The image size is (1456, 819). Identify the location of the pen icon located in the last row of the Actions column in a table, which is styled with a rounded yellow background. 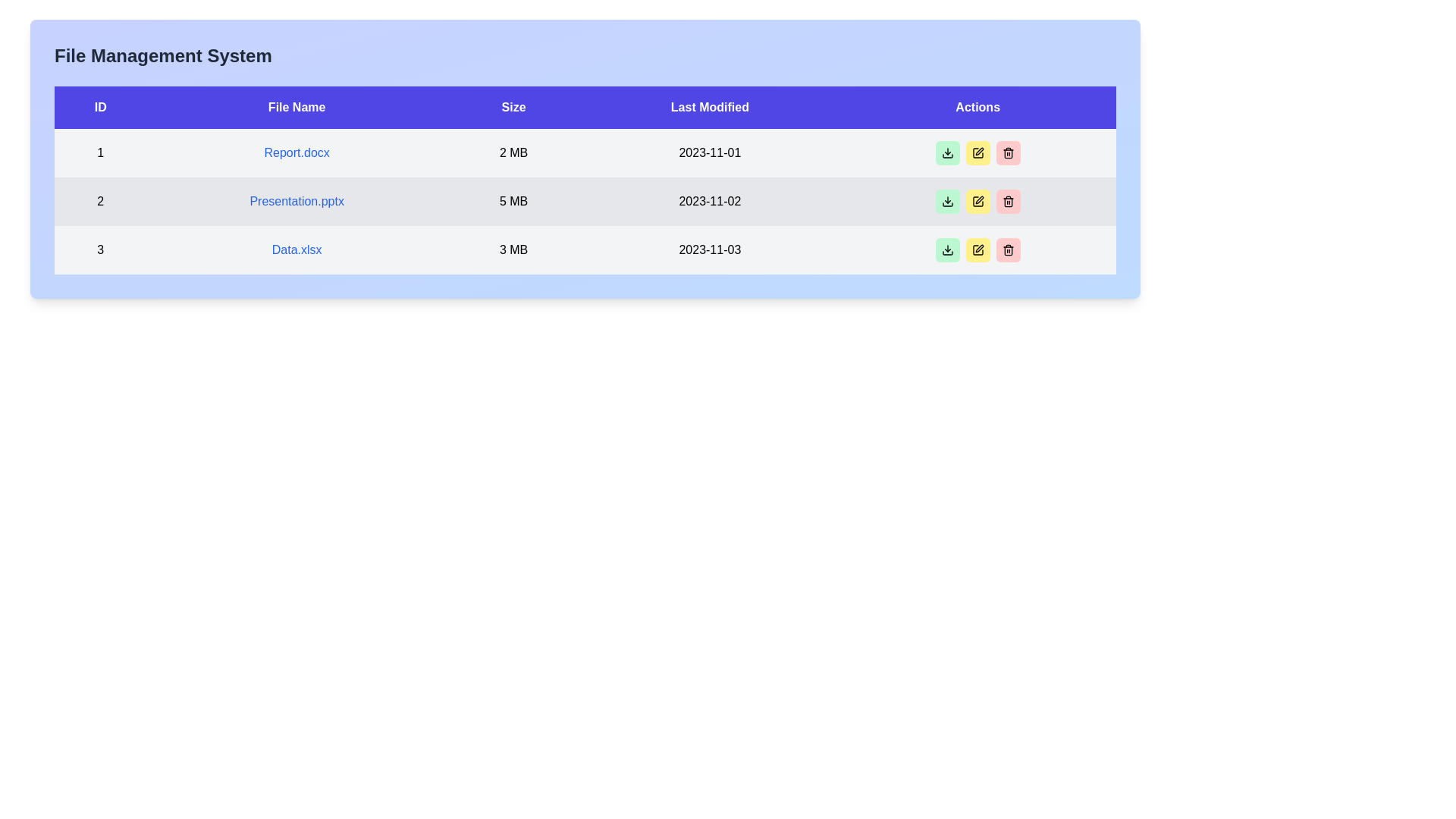
(977, 249).